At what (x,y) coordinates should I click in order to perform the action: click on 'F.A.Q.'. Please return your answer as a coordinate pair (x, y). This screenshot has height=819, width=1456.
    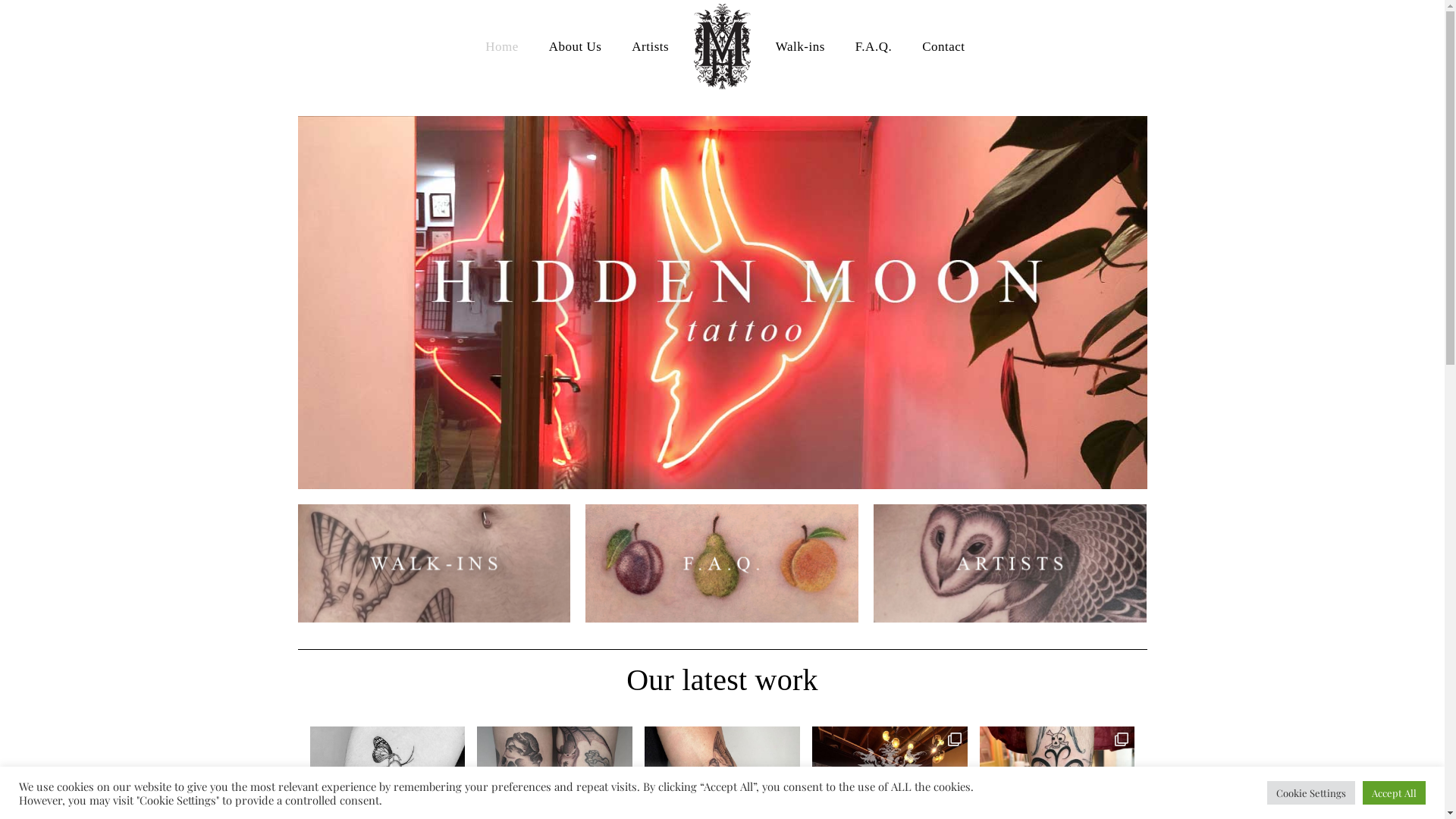
    Looking at the image, I should click on (874, 45).